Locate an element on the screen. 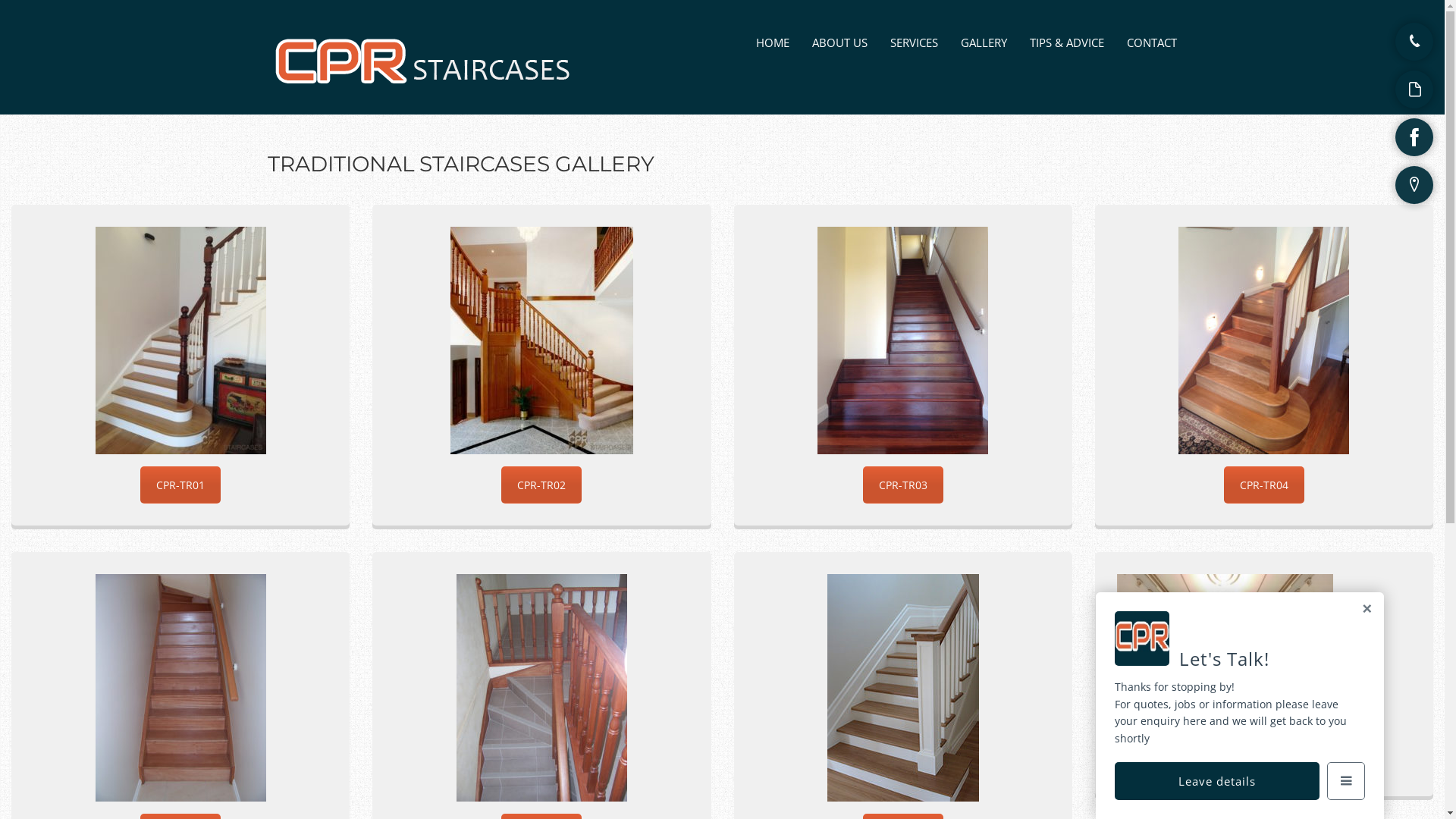  'CONTACT' is located at coordinates (1151, 42).